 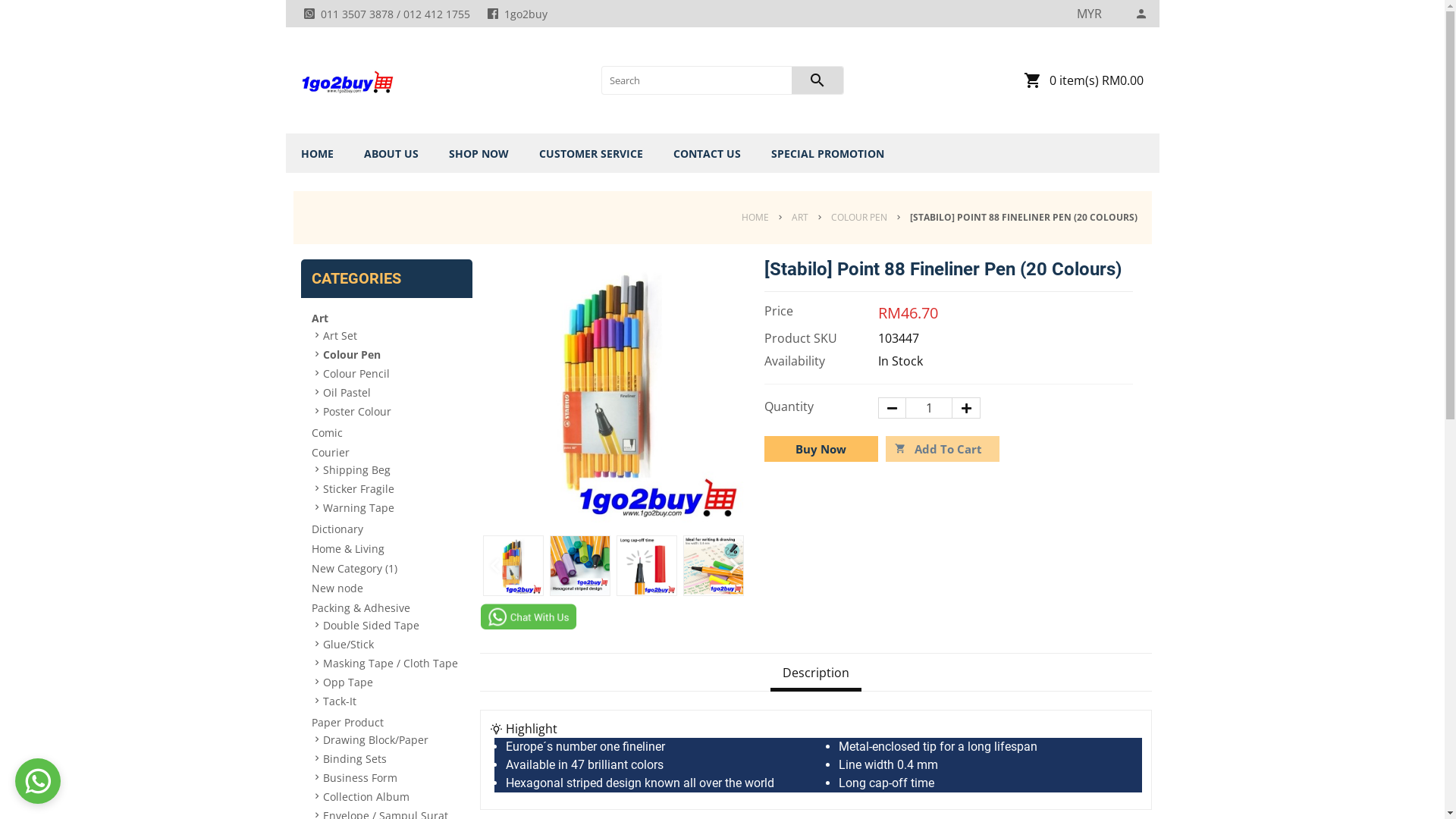 I want to click on 'Description', so click(x=814, y=673).